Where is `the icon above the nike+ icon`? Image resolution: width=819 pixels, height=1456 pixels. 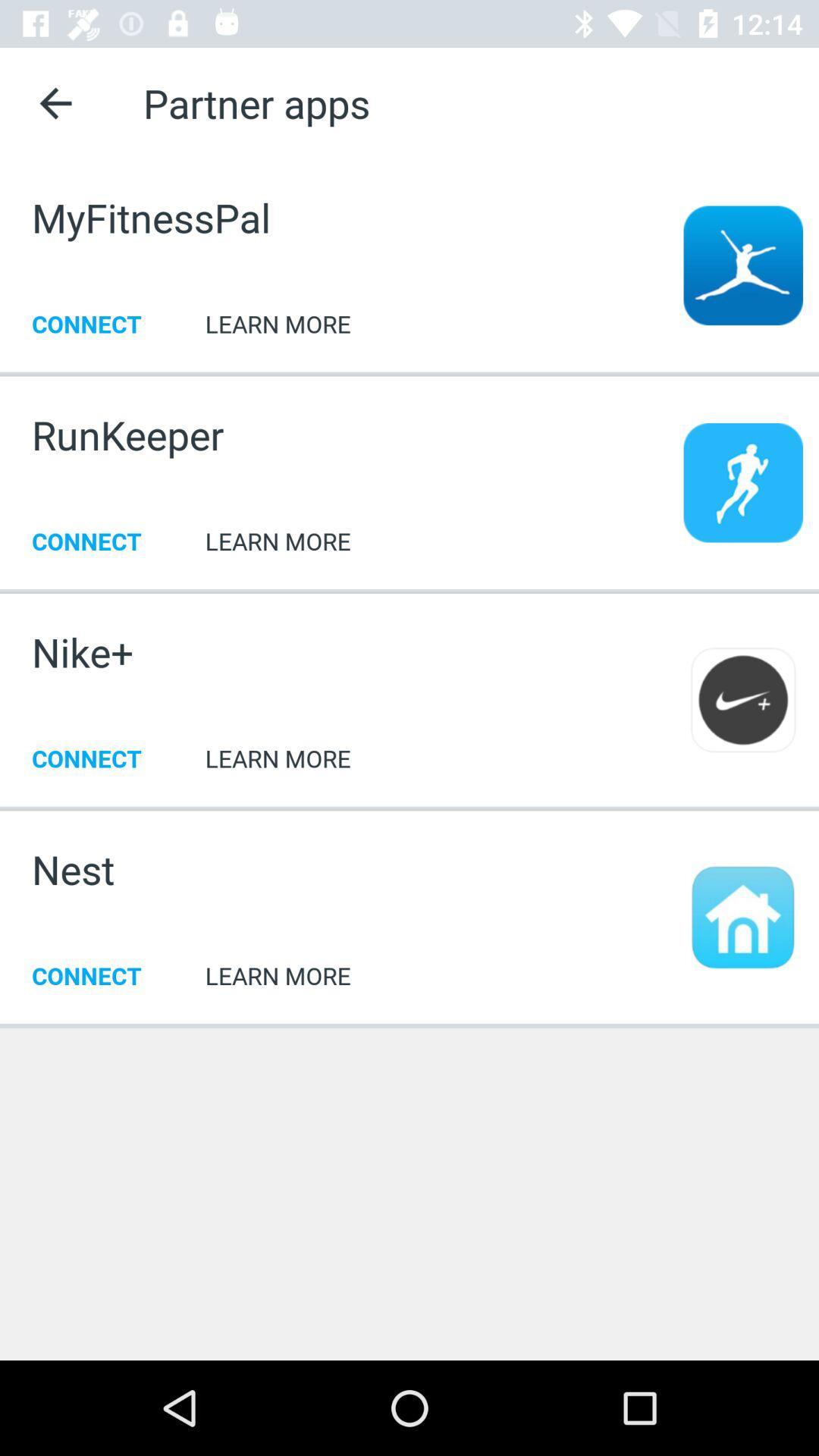
the icon above the nike+ icon is located at coordinates (409, 589).